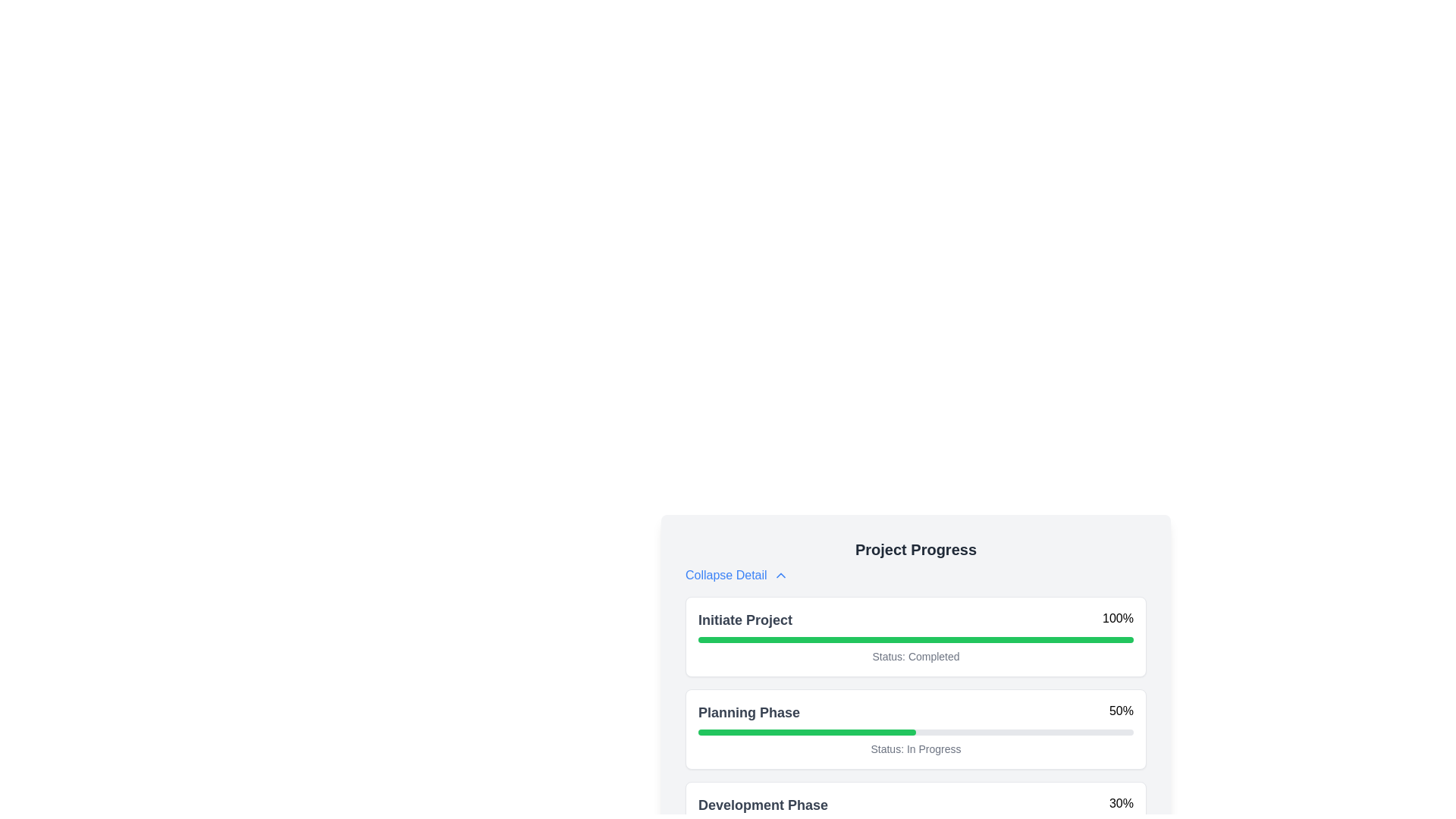  I want to click on the progress bar with a light gray background and green-filled section, located below 'Planning Phase' and the percentage indicator '50%', part of the 'Project Progress' section, so click(915, 731).